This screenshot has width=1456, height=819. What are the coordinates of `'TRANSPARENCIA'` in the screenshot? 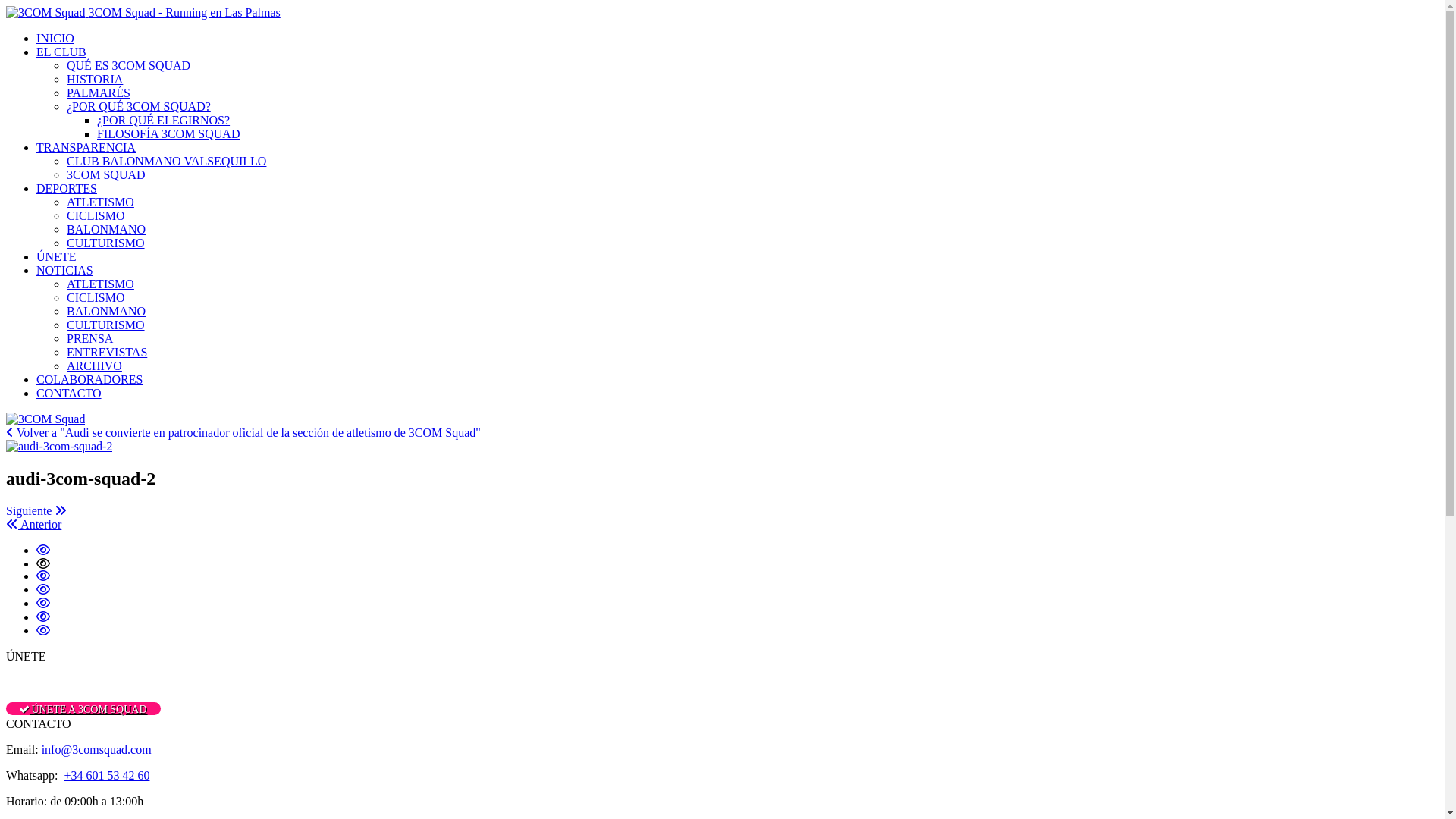 It's located at (36, 147).